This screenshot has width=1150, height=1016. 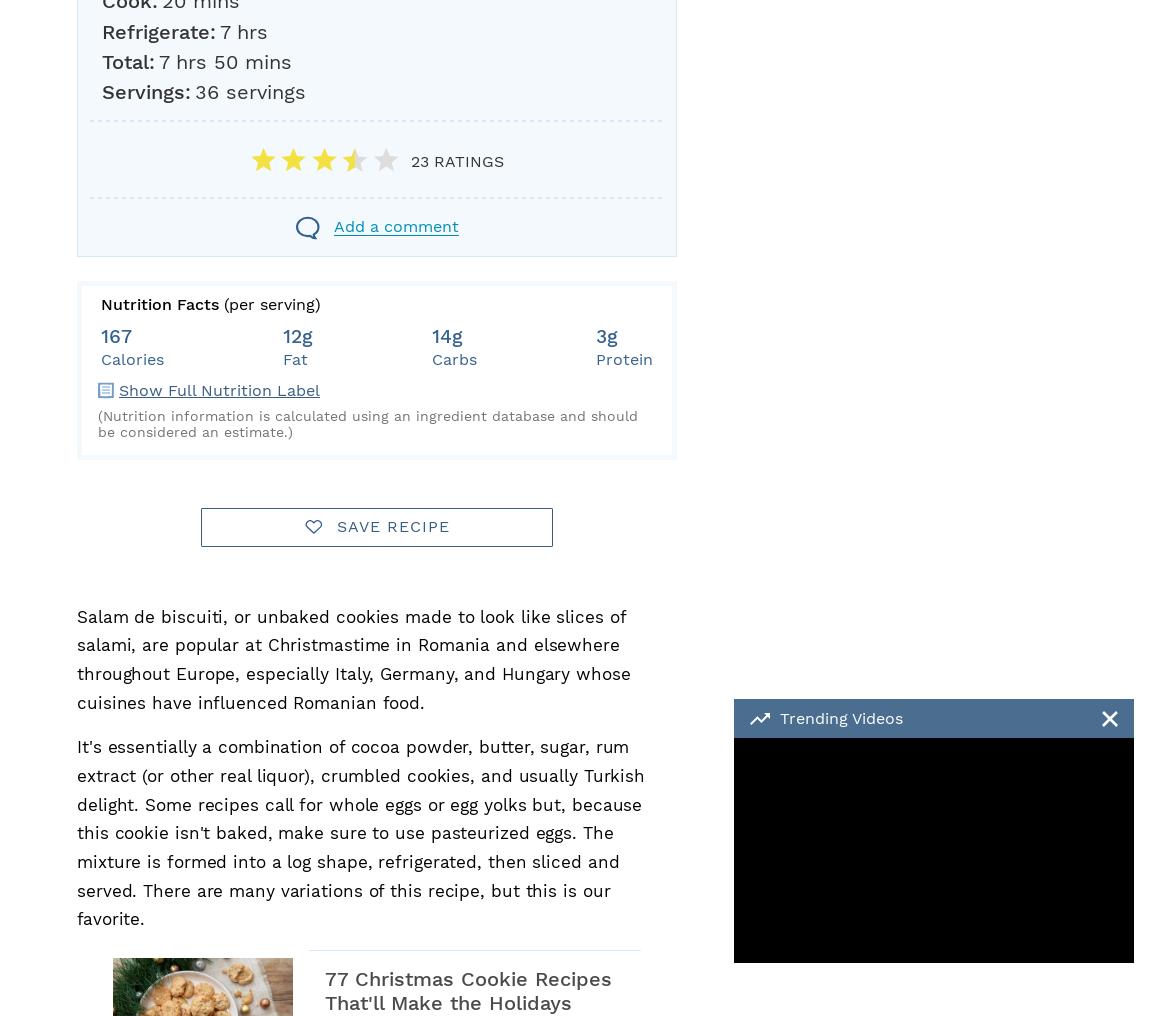 I want to click on '7 hrs', so click(x=243, y=29).